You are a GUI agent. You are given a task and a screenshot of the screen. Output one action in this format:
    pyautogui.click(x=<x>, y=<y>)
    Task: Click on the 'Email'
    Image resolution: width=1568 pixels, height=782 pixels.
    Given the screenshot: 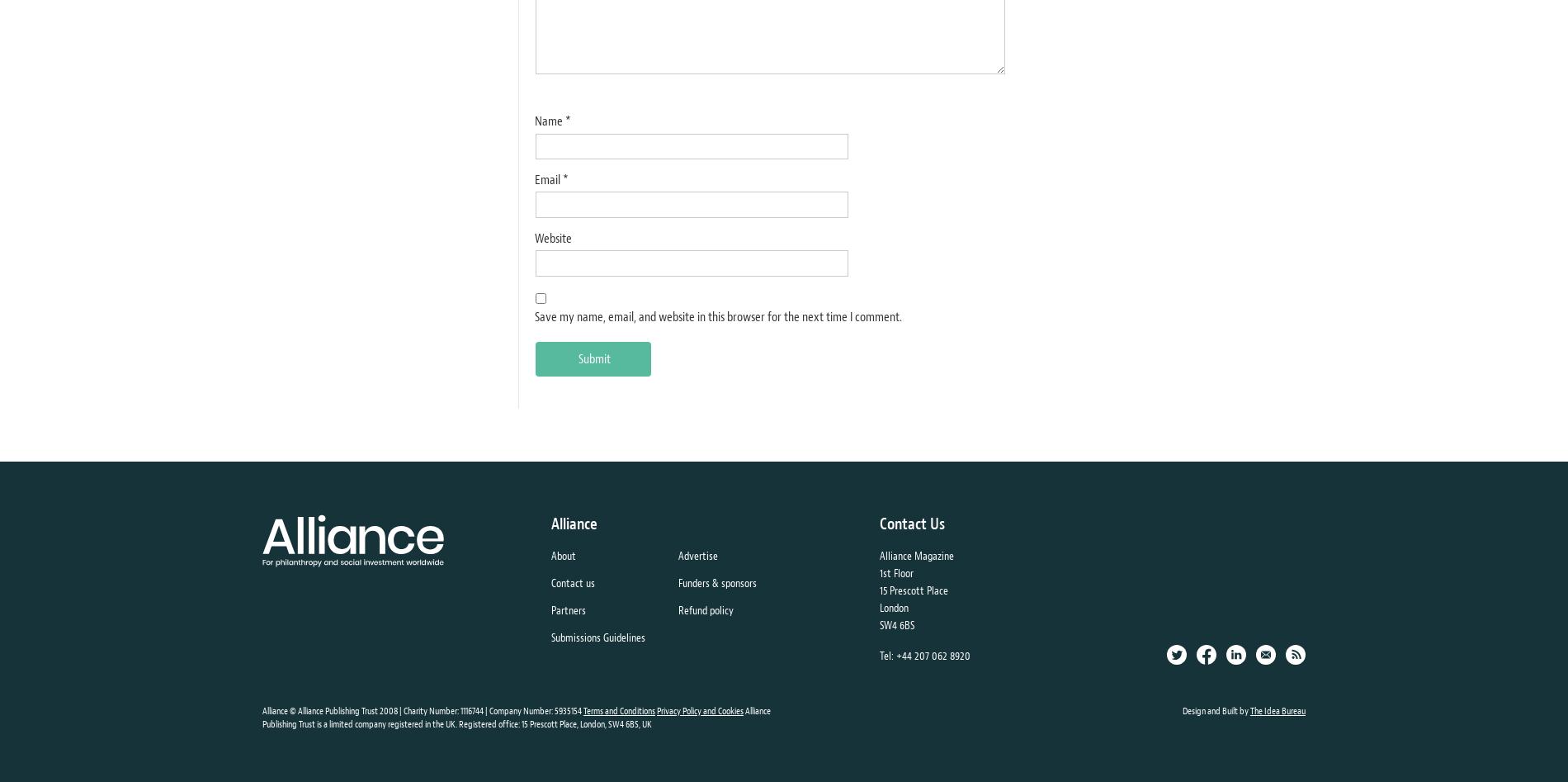 What is the action you would take?
    pyautogui.click(x=548, y=179)
    